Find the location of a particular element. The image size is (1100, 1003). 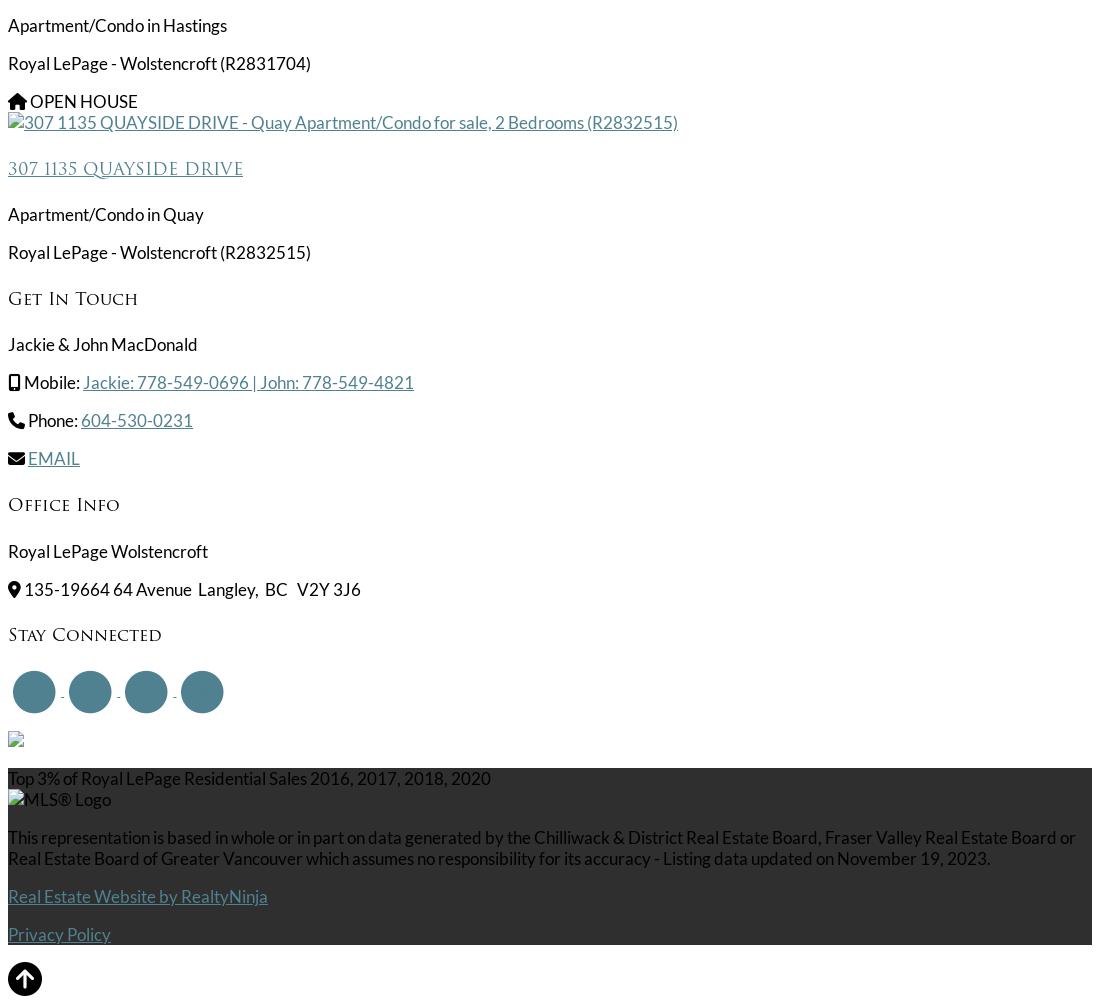

'Mobile:' is located at coordinates (51, 381).